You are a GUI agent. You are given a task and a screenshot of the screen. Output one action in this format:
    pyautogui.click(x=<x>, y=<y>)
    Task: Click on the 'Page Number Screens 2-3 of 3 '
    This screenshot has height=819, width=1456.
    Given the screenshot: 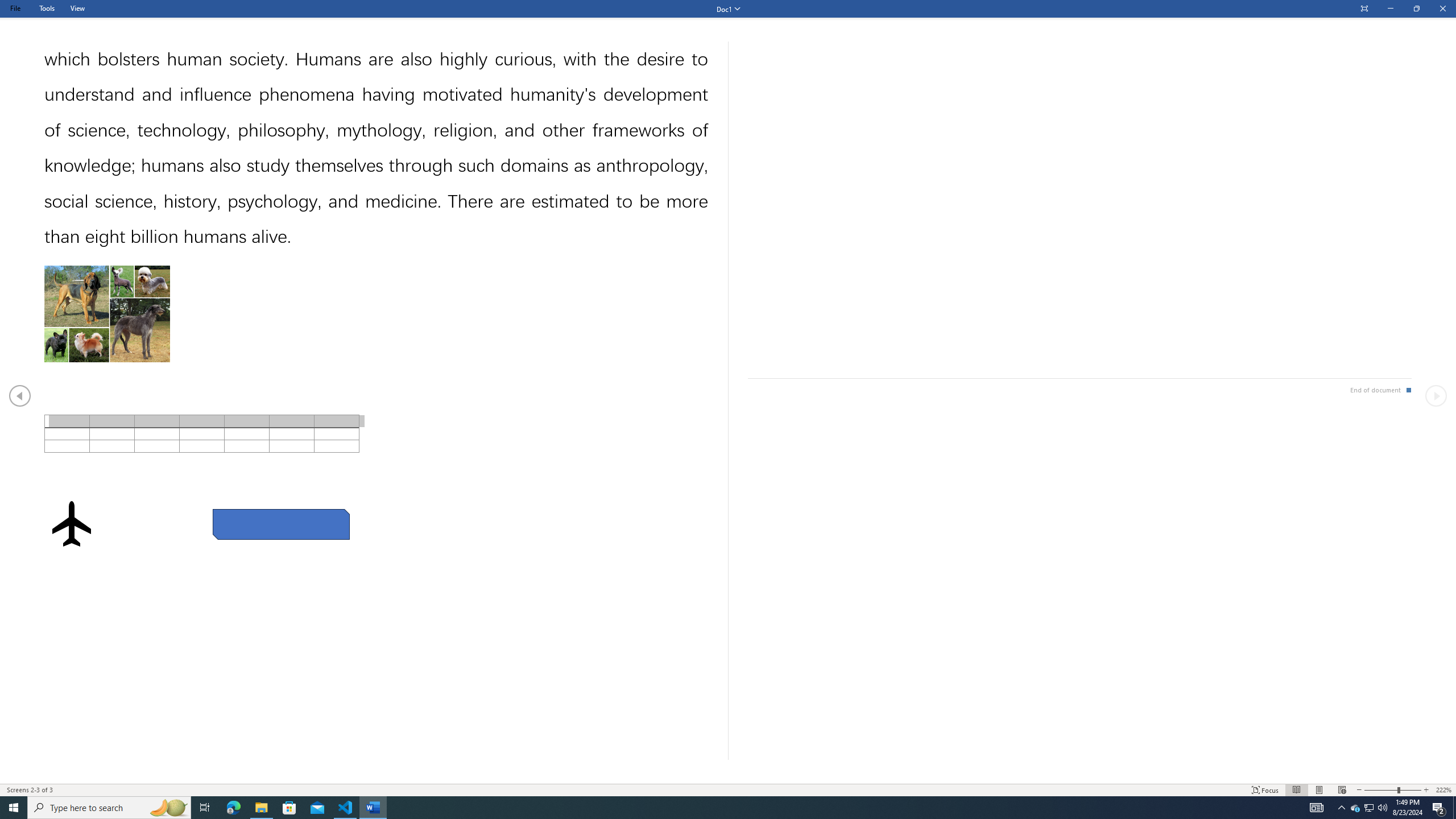 What is the action you would take?
    pyautogui.click(x=30, y=790)
    